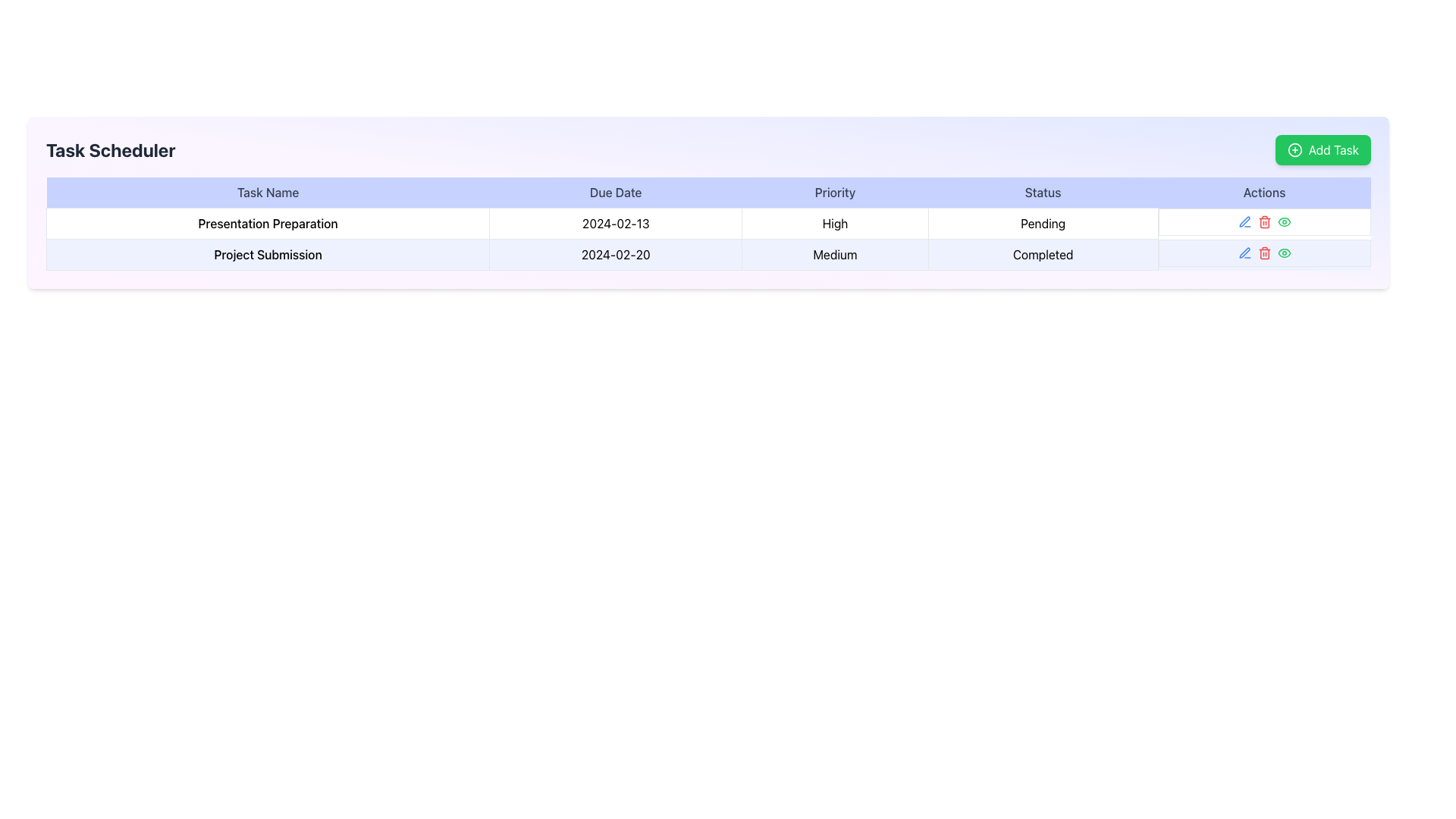  I want to click on the 'Actions' label, which is the rightmost column header in the table header row, styled with center alignment, so click(1264, 192).